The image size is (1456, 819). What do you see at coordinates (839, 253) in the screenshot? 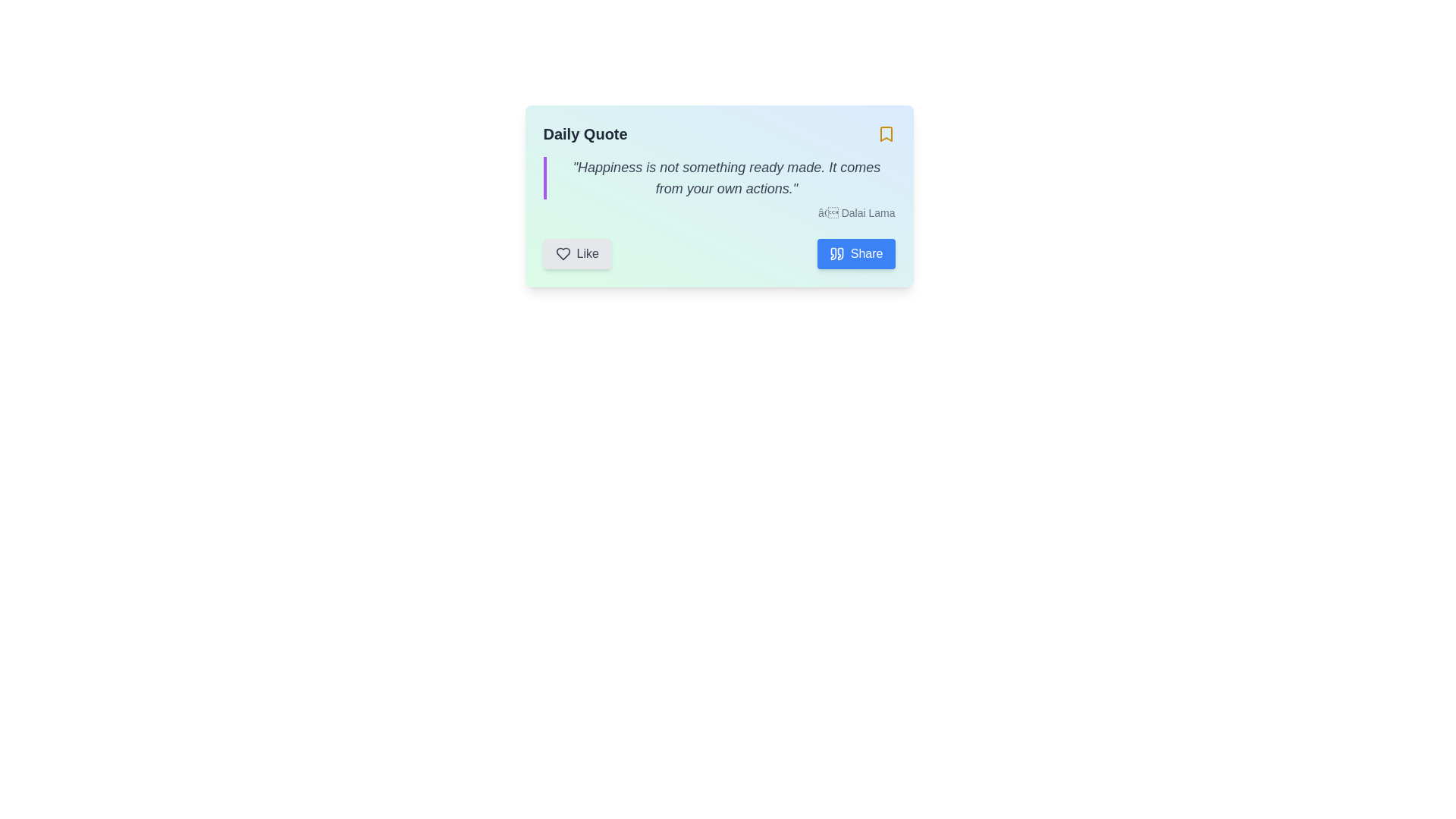
I see `the right-side quotation mark of the decorative SVG graphic, which is part of a symmetrical pair located in the top-right corner of the quote card` at bounding box center [839, 253].